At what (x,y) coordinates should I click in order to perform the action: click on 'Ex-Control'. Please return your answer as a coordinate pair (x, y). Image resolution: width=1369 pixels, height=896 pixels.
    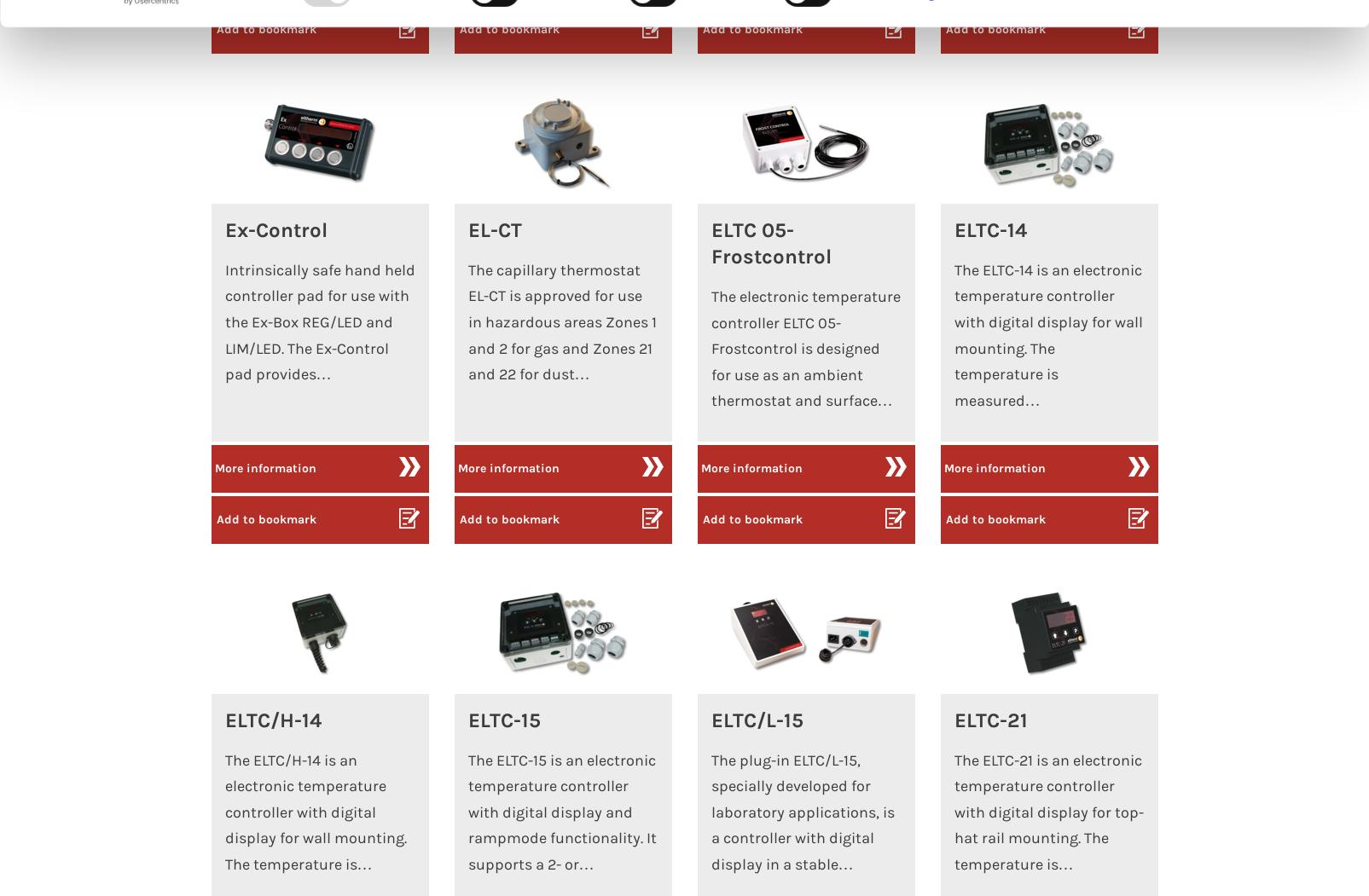
    Looking at the image, I should click on (223, 228).